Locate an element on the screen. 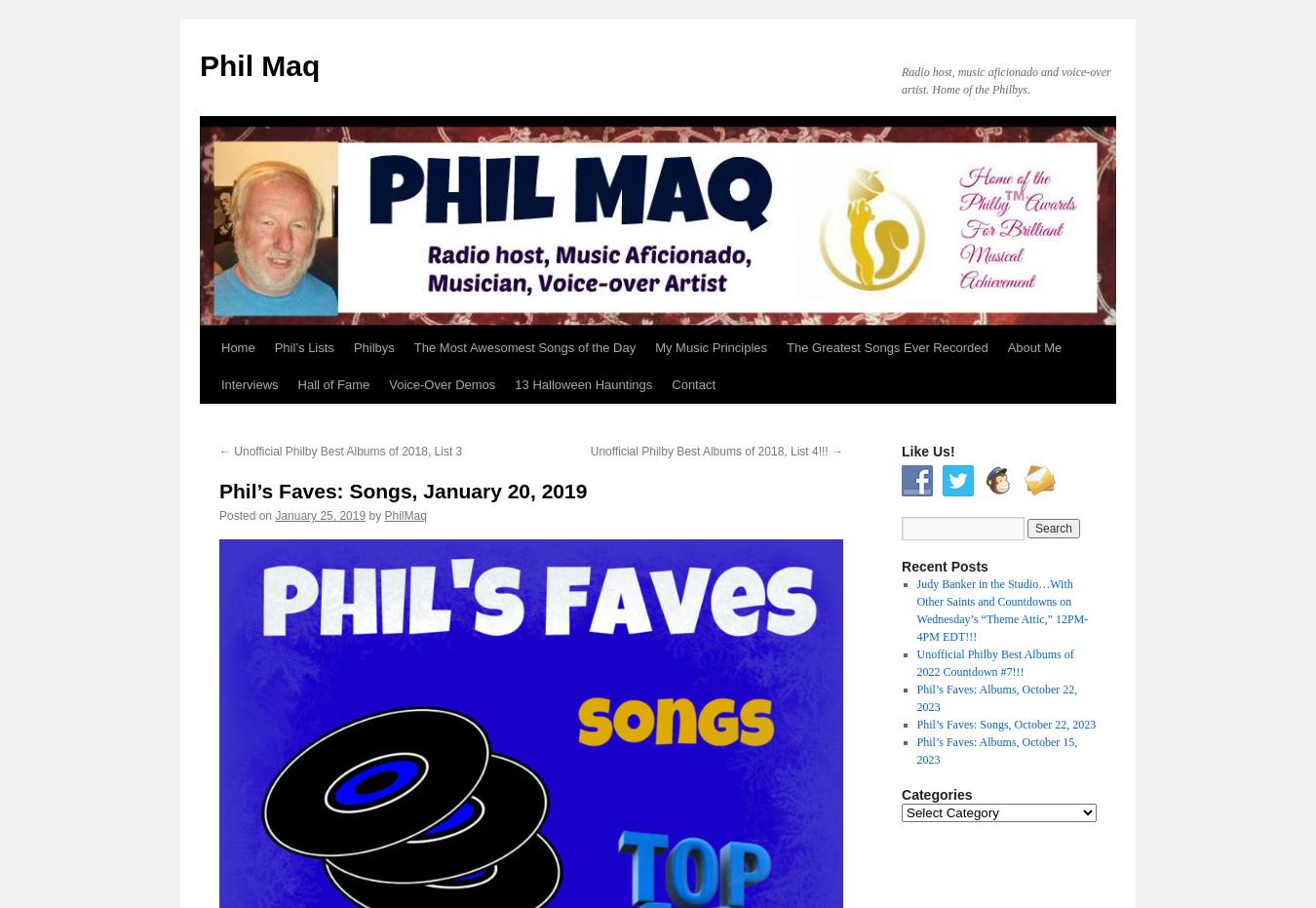 The width and height of the screenshot is (1316, 908). 'Unofficial Philby Best Albums of 2022 Countdown #7!!!' is located at coordinates (915, 662).